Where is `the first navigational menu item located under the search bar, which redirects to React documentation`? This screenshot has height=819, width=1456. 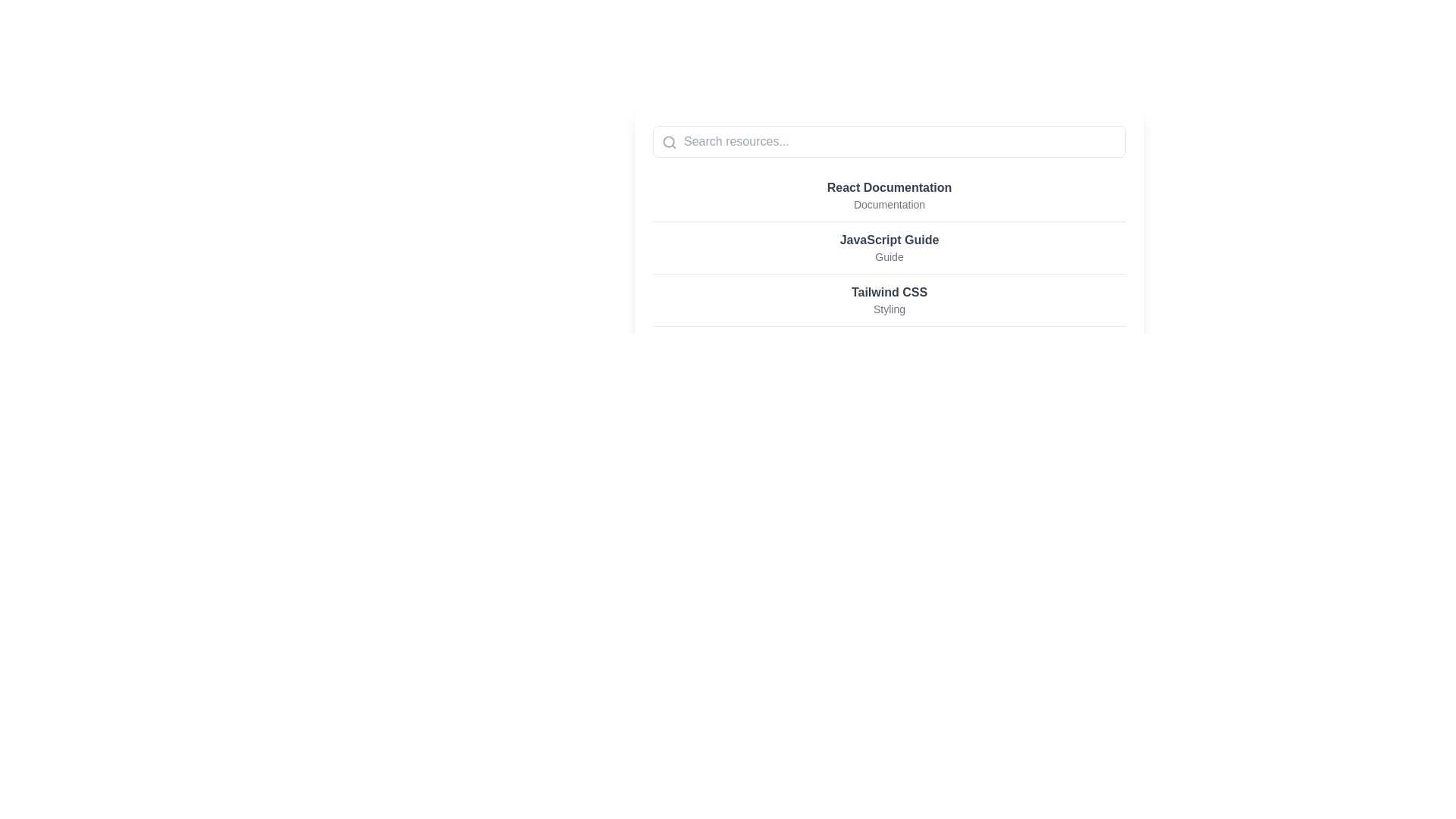 the first navigational menu item located under the search bar, which redirects to React documentation is located at coordinates (889, 195).